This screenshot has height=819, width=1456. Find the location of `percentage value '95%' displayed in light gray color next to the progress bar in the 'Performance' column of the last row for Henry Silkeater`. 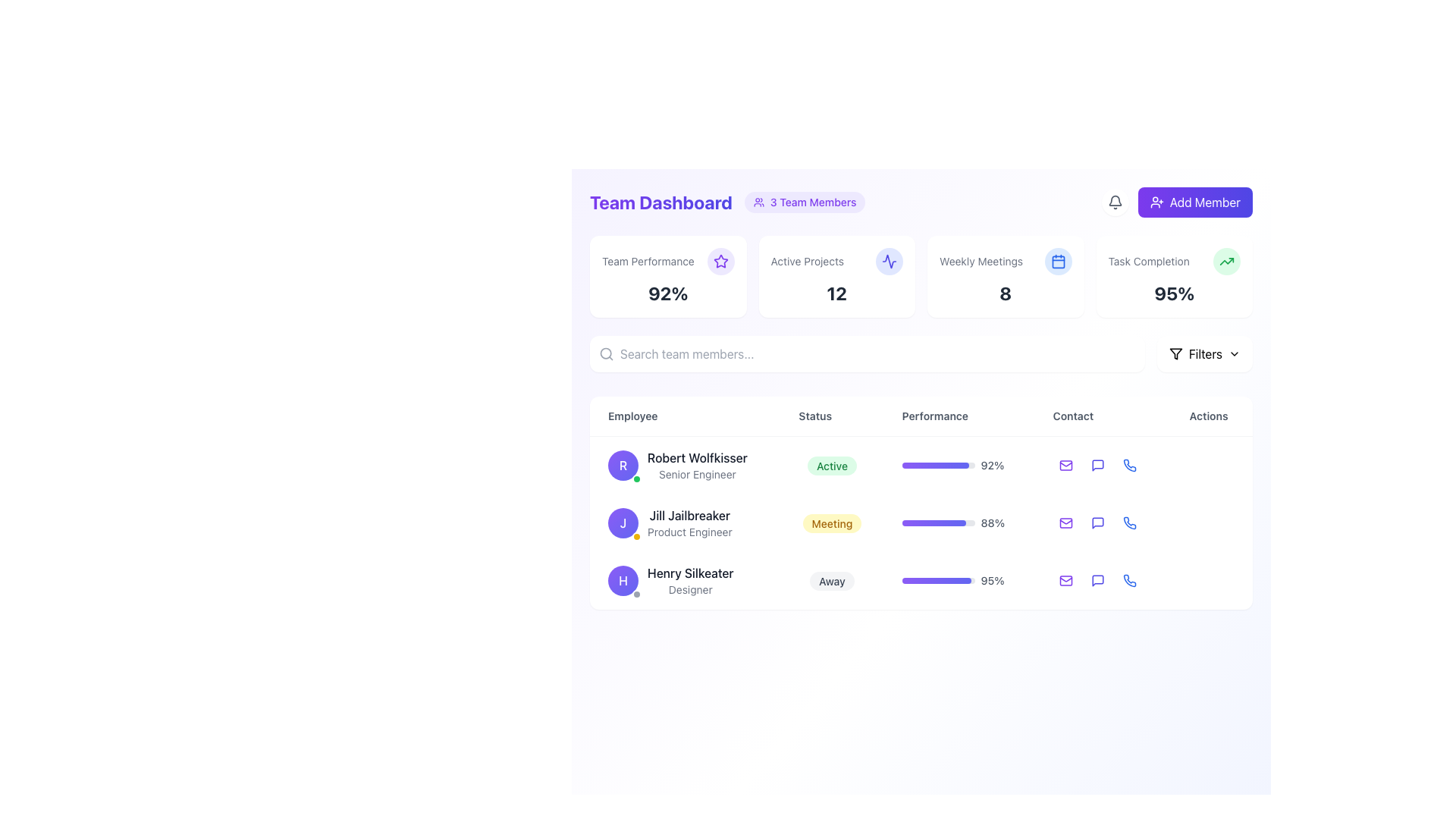

percentage value '95%' displayed in light gray color next to the progress bar in the 'Performance' column of the last row for Henry Silkeater is located at coordinates (993, 580).